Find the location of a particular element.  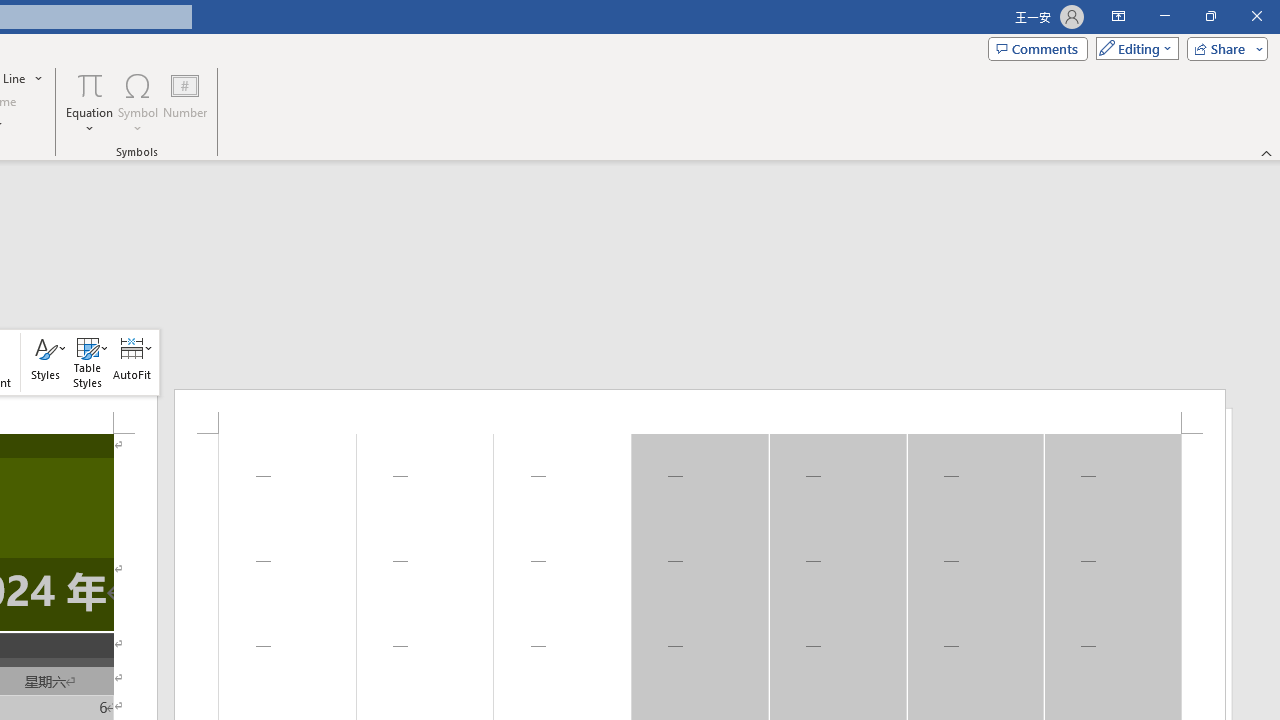

'AutoFit' is located at coordinates (131, 362).